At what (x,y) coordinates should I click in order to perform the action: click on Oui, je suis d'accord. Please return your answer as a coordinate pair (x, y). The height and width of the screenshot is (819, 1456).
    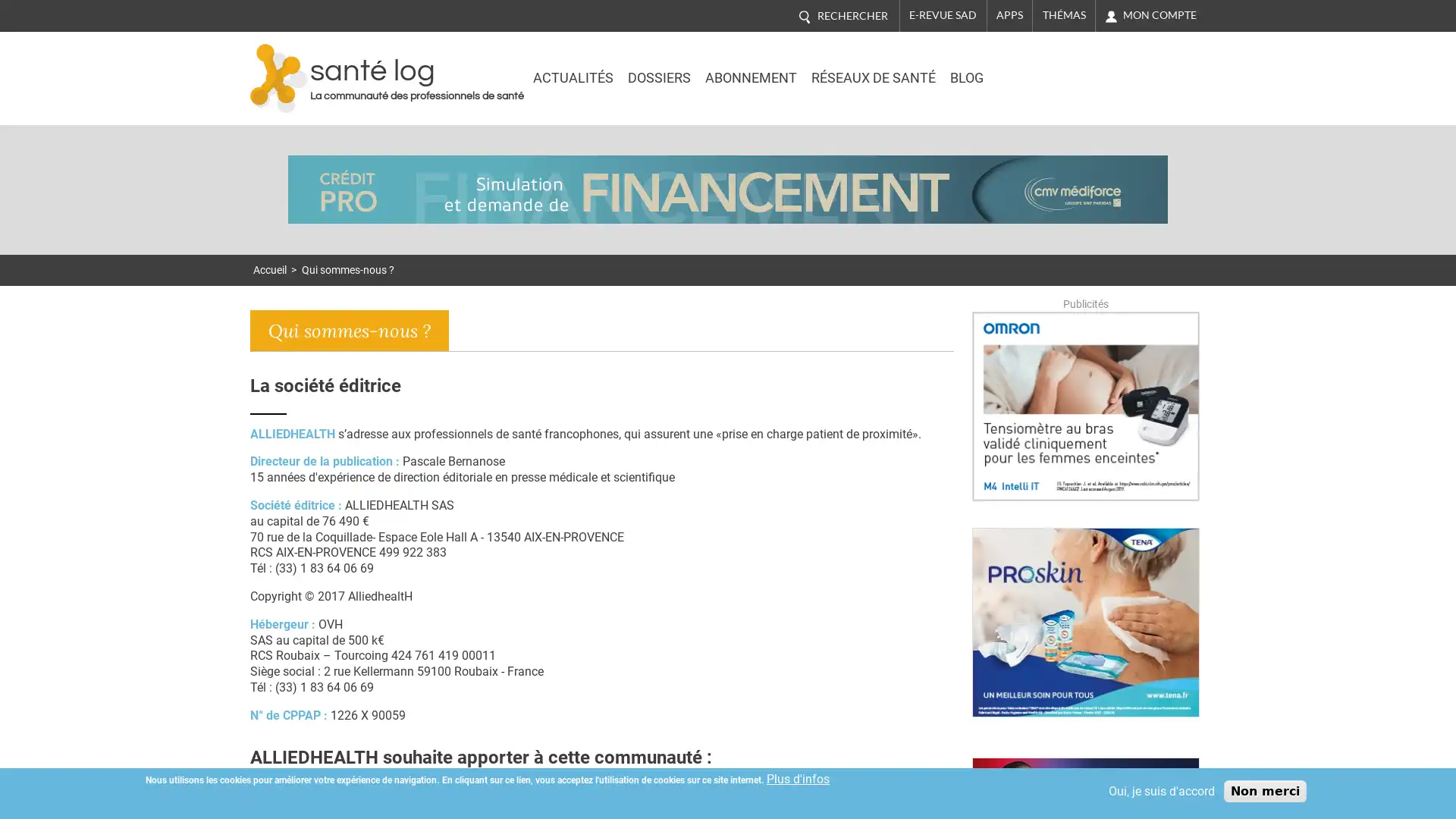
    Looking at the image, I should click on (1160, 790).